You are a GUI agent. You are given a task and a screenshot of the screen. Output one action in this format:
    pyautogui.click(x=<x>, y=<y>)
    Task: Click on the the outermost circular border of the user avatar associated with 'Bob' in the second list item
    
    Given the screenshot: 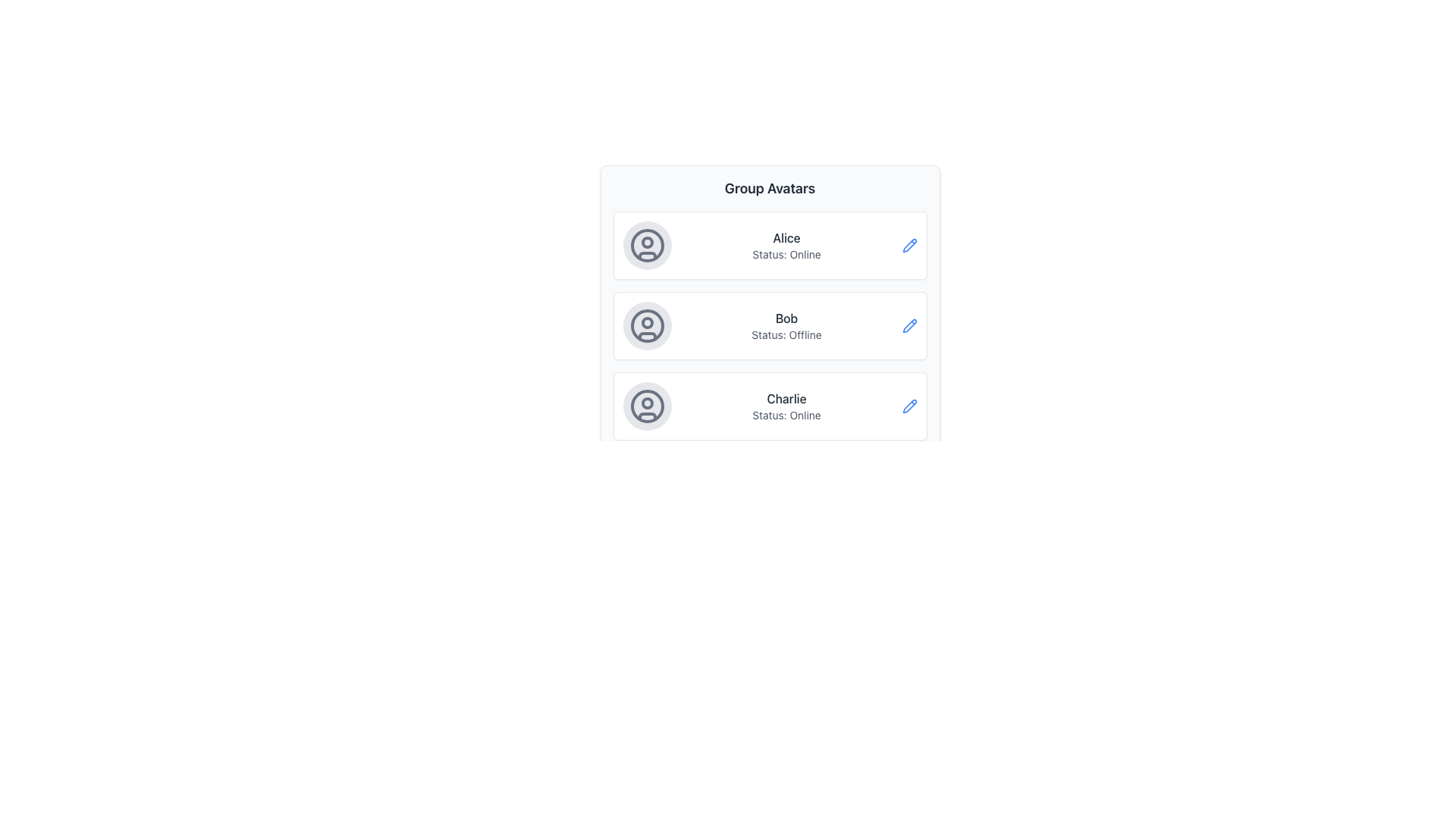 What is the action you would take?
    pyautogui.click(x=647, y=325)
    